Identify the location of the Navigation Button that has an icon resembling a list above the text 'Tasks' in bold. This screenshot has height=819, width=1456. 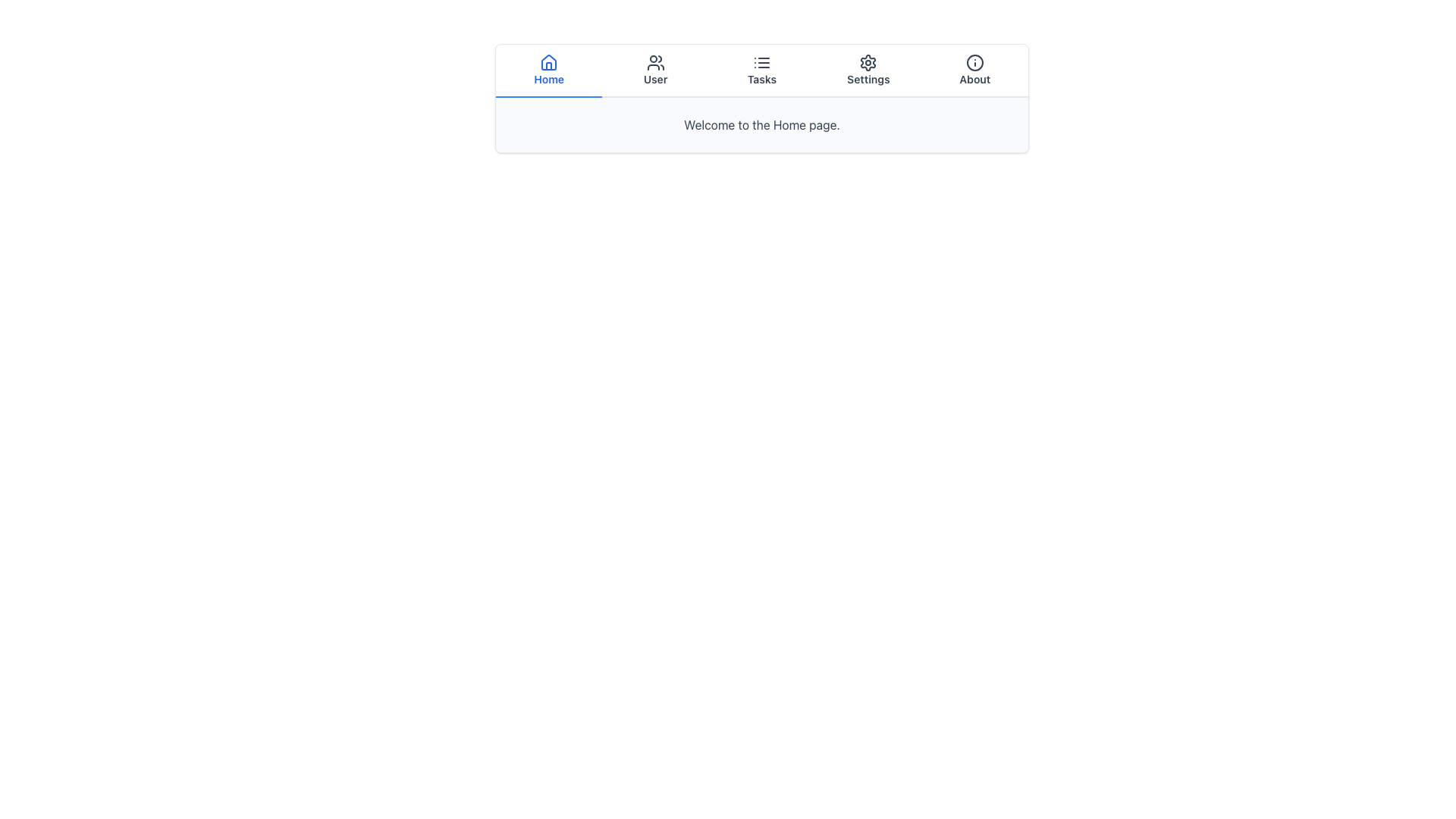
(761, 71).